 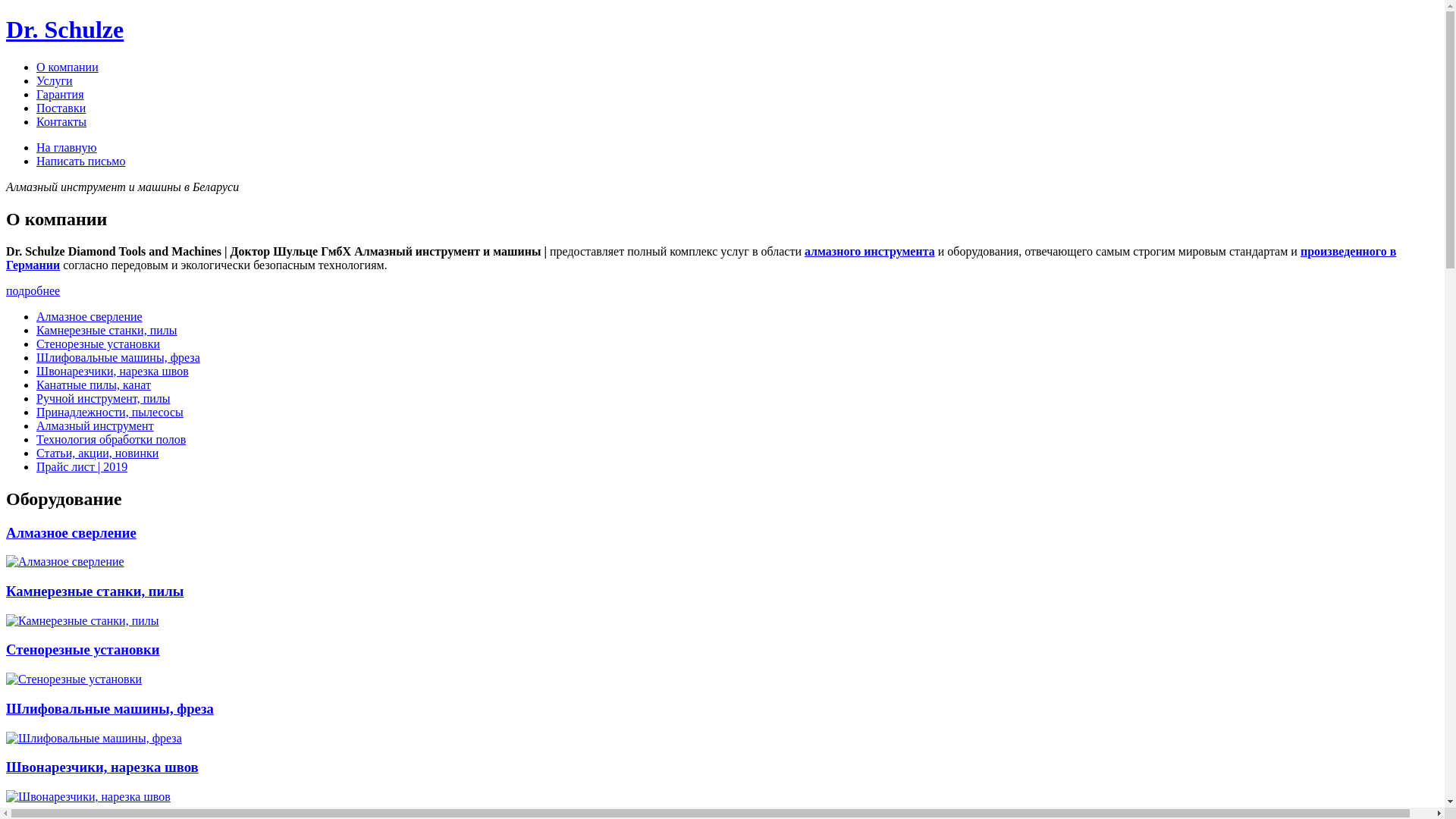 What do you see at coordinates (64, 29) in the screenshot?
I see `'Dr. Schulze'` at bounding box center [64, 29].